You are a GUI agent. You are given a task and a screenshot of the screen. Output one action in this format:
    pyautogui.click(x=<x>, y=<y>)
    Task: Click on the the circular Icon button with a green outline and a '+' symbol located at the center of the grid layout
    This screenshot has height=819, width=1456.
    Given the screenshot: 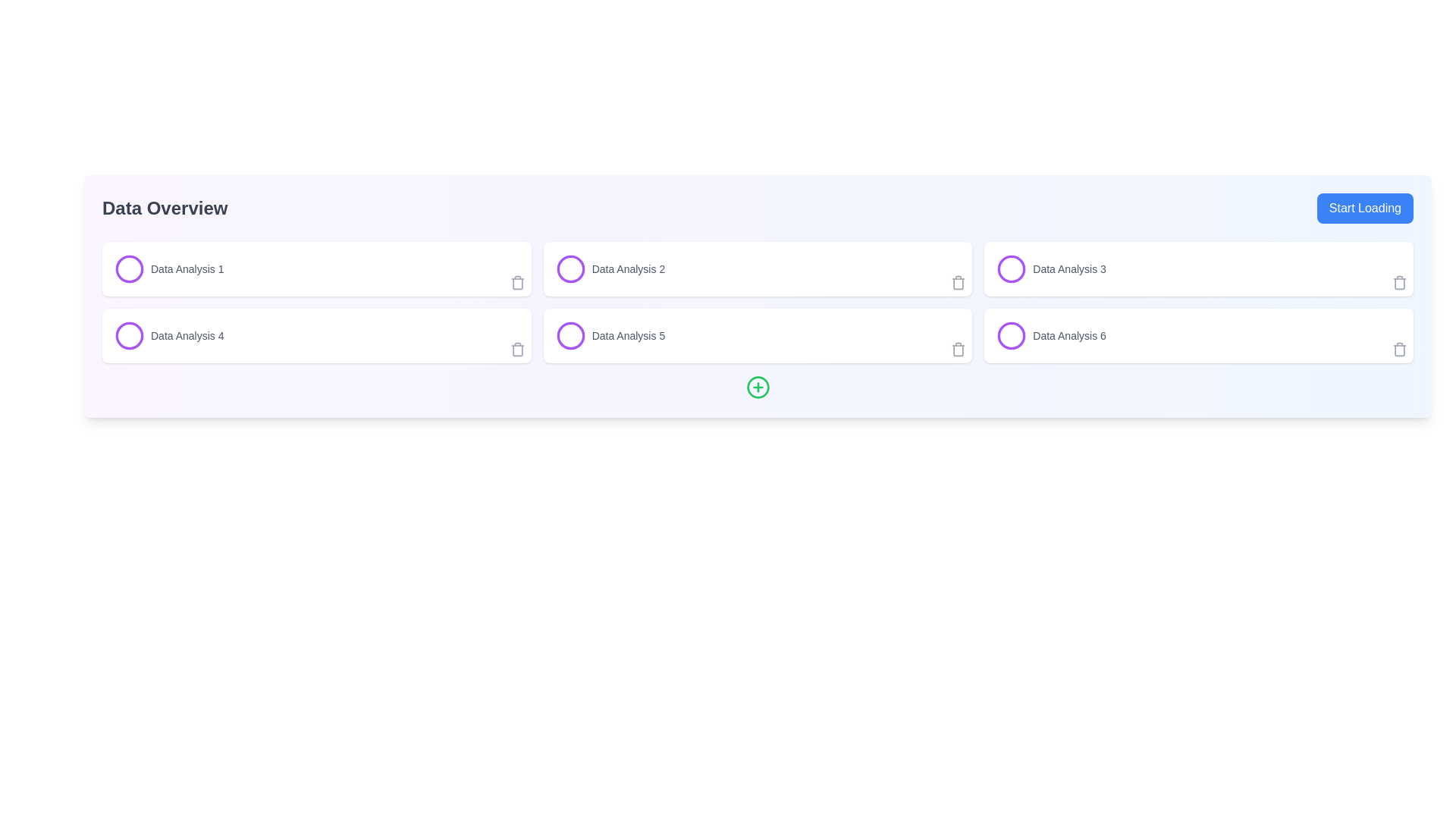 What is the action you would take?
    pyautogui.click(x=758, y=386)
    